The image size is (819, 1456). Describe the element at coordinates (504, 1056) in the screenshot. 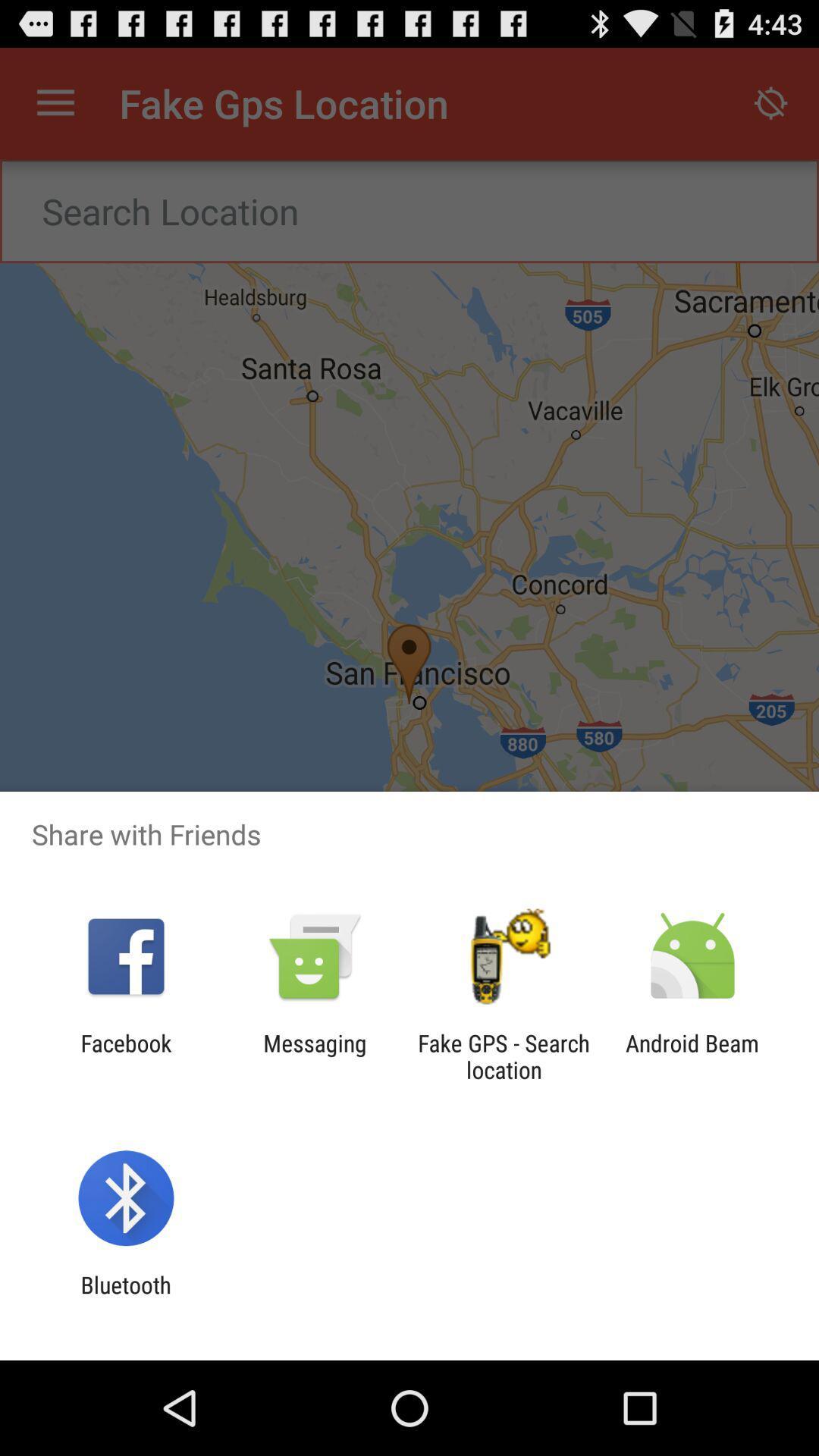

I see `icon to the left of android beam item` at that location.